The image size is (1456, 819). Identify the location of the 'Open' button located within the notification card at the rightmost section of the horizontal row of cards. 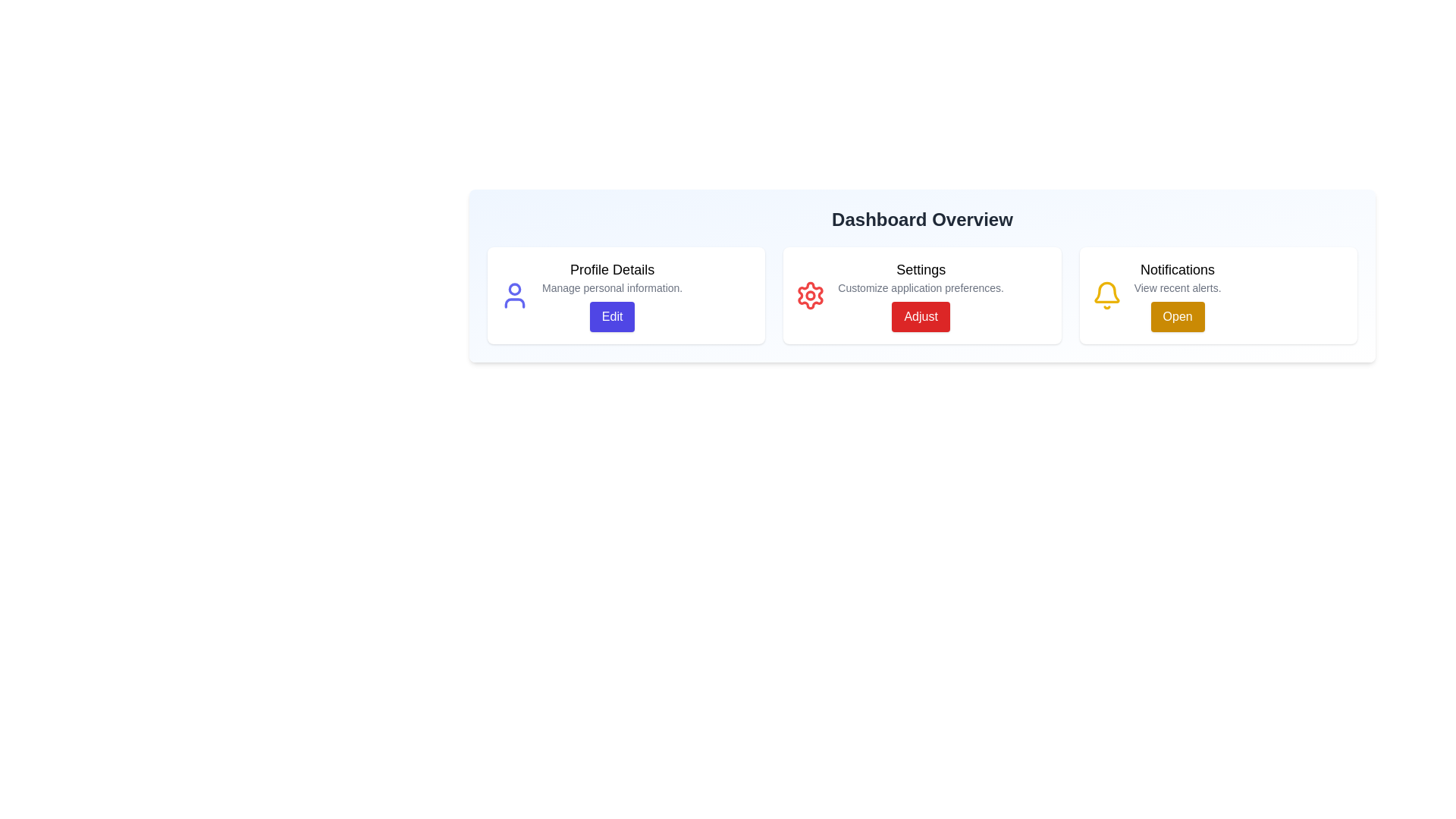
(1177, 295).